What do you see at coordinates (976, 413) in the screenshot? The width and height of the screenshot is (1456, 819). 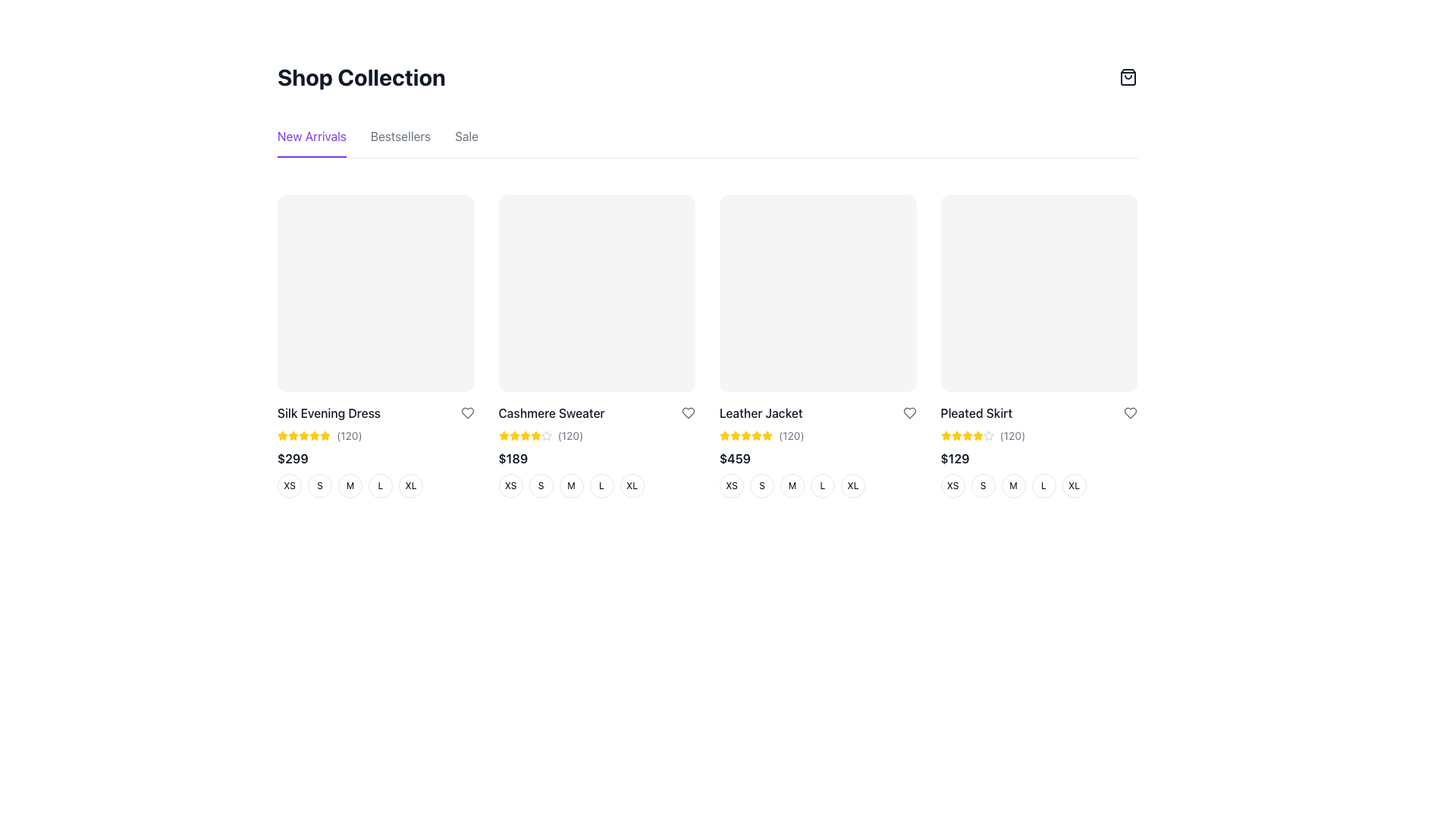 I see `the product name label located in the fourth product card of the product grid in the 'Shop Collection' section, which is positioned beneath the product image and rating, and above the price and size options` at bounding box center [976, 413].